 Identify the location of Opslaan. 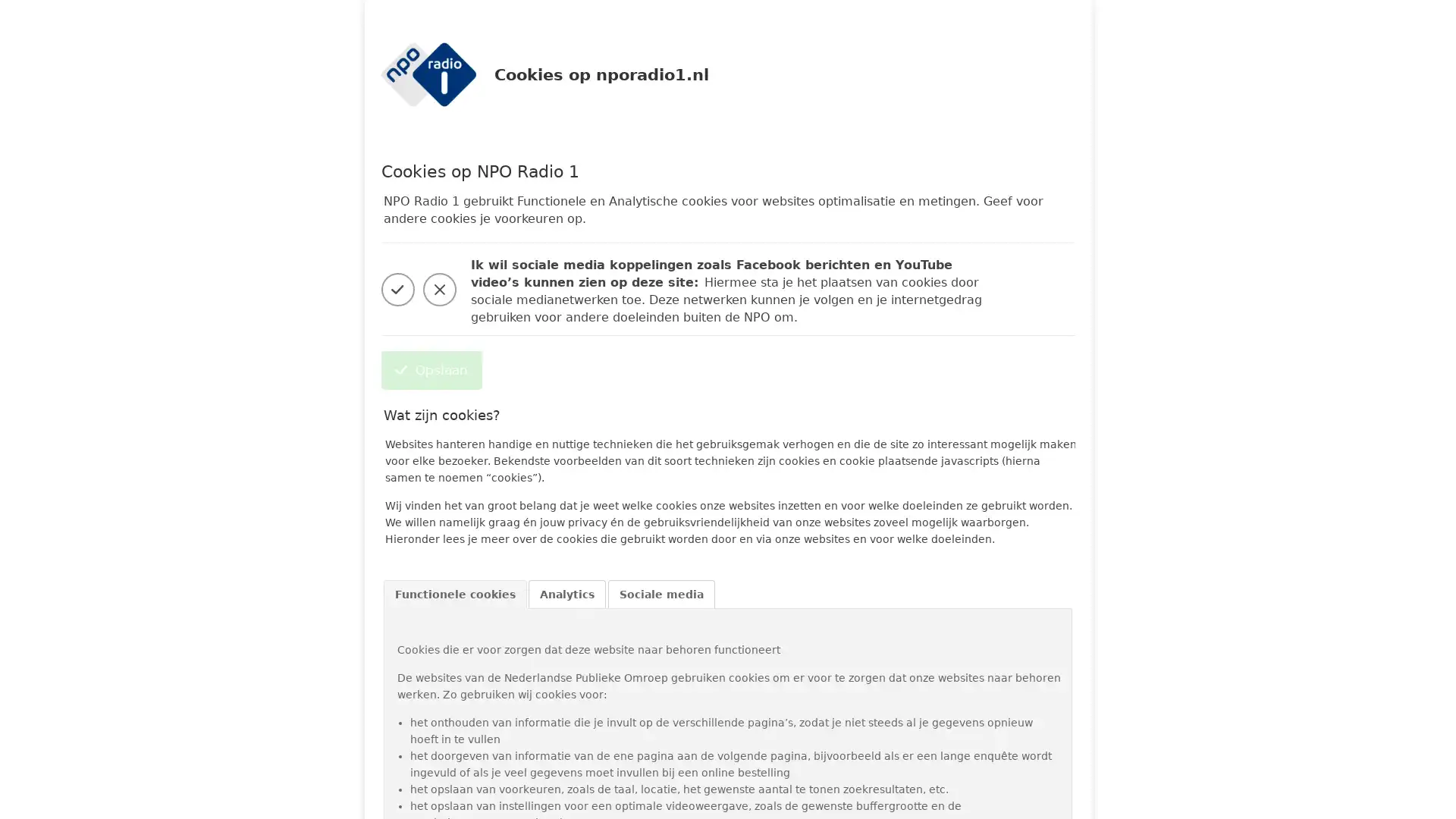
(430, 370).